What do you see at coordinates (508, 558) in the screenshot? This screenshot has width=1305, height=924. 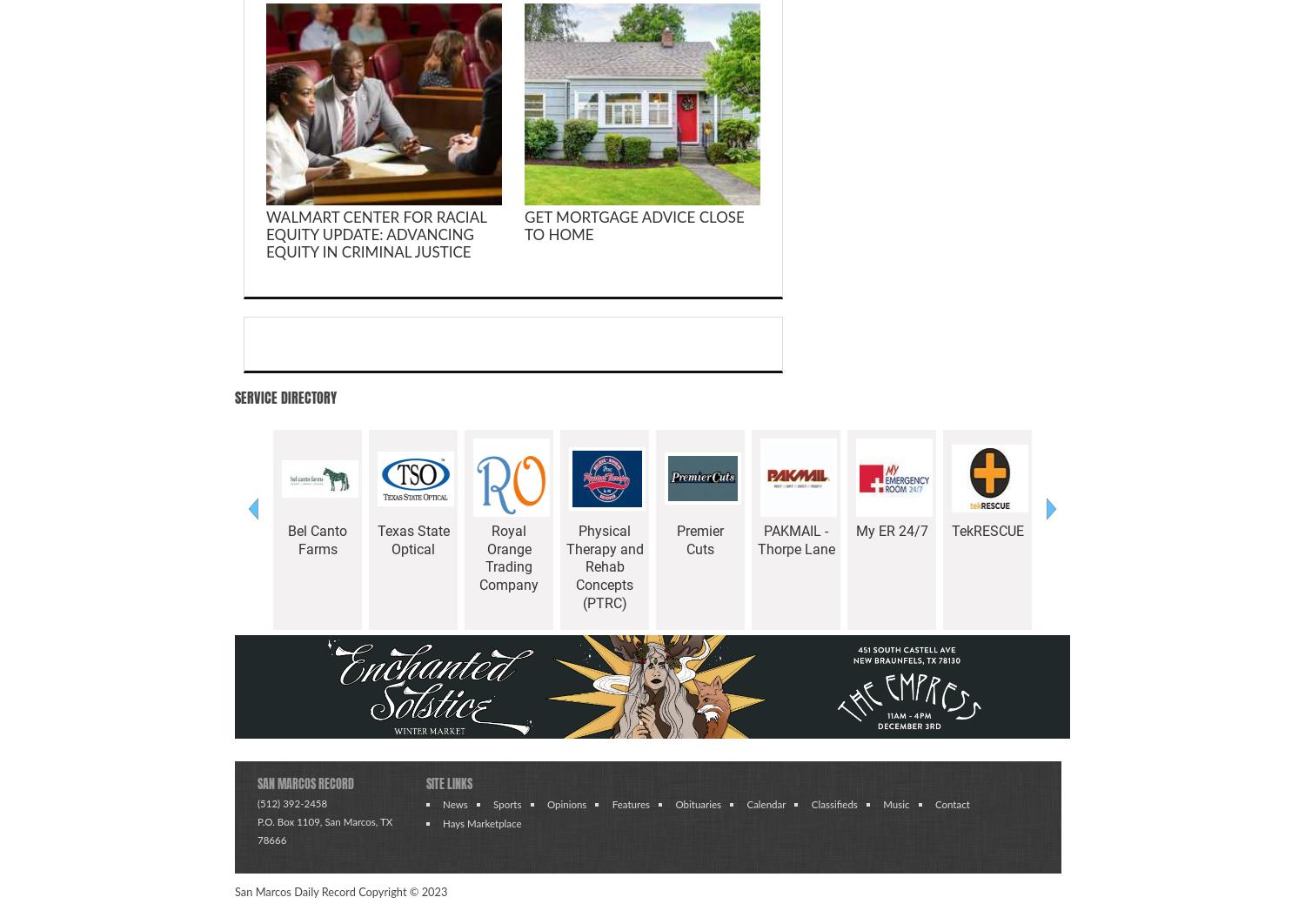 I see `'Royal Orange Trading Company'` at bounding box center [508, 558].